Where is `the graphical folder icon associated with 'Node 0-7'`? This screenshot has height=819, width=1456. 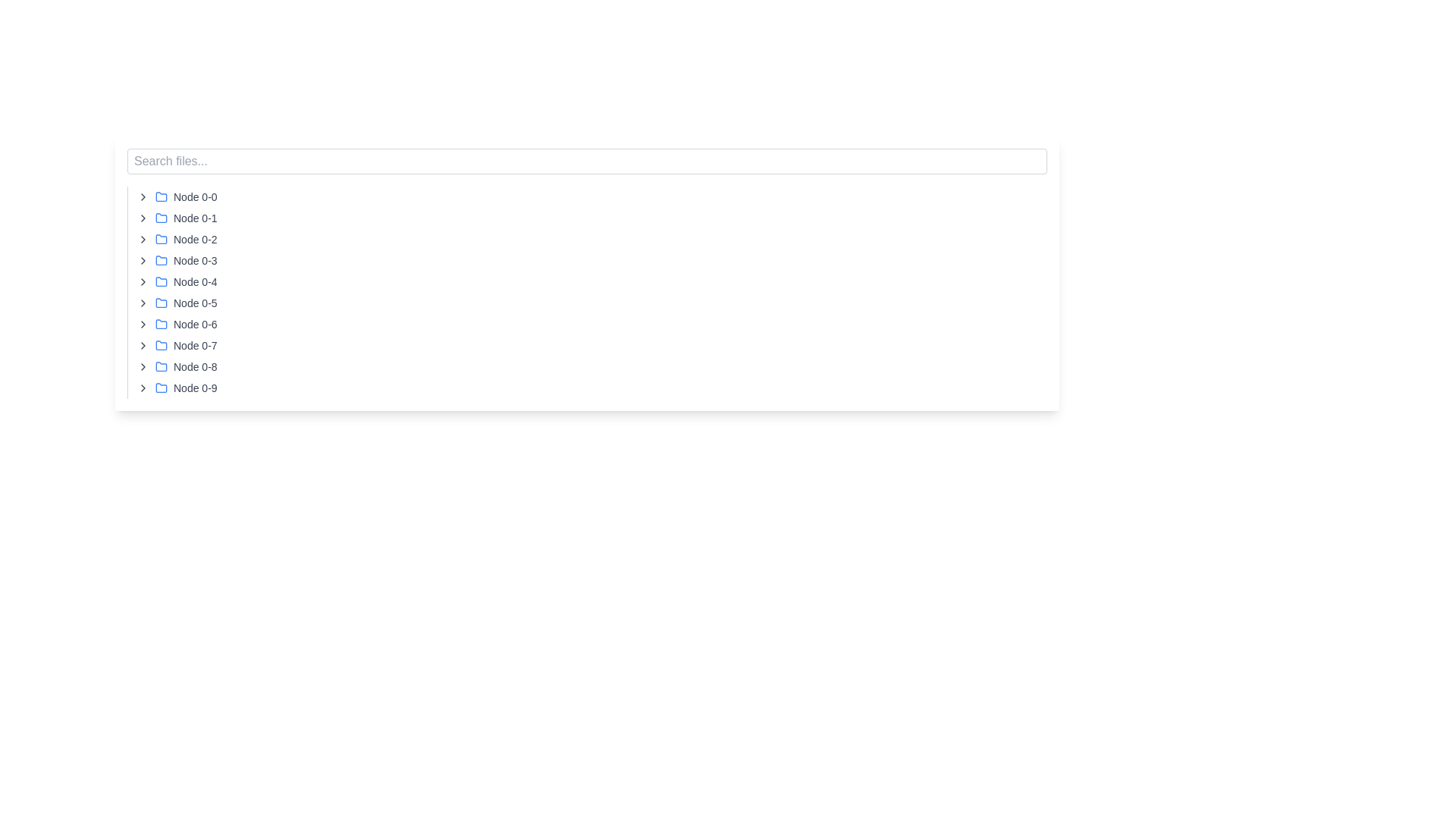 the graphical folder icon associated with 'Node 0-7' is located at coordinates (161, 345).